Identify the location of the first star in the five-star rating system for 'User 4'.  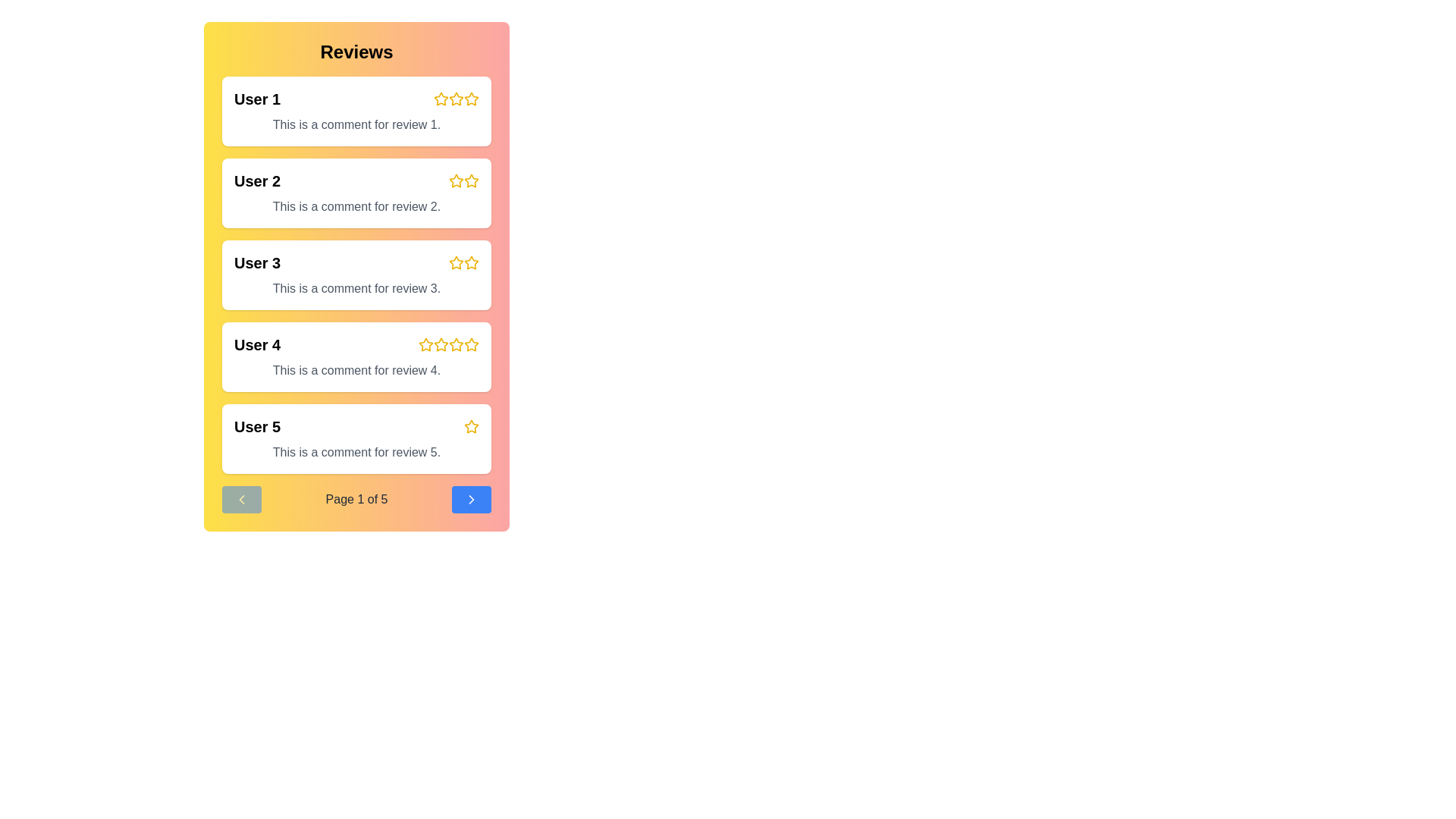
(425, 345).